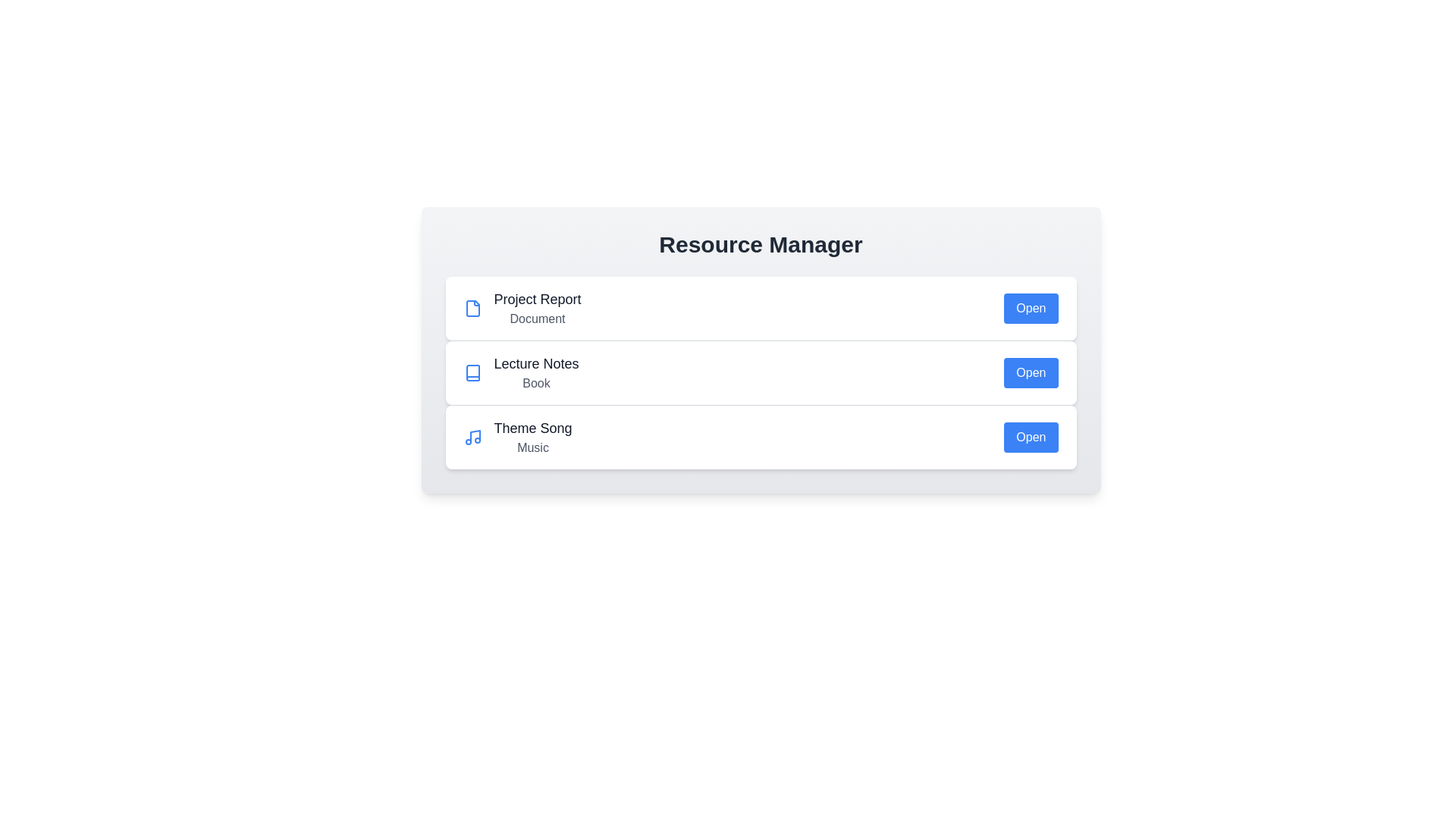 The image size is (1456, 819). What do you see at coordinates (761, 308) in the screenshot?
I see `the resource item Project Report to reveal its hover state` at bounding box center [761, 308].